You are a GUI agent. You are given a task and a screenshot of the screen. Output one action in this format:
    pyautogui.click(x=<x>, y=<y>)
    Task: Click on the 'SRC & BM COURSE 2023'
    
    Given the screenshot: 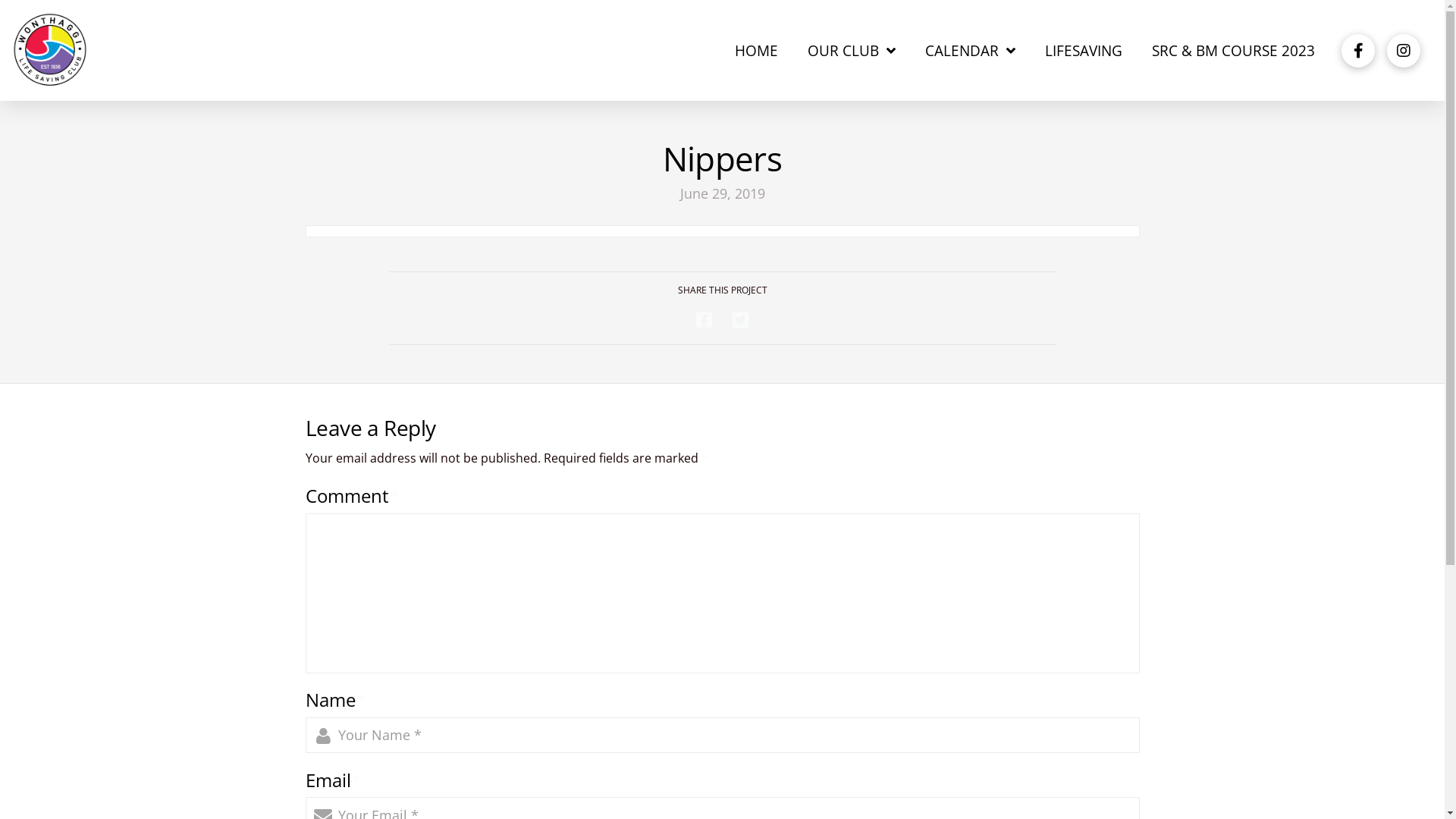 What is the action you would take?
    pyautogui.click(x=1233, y=49)
    